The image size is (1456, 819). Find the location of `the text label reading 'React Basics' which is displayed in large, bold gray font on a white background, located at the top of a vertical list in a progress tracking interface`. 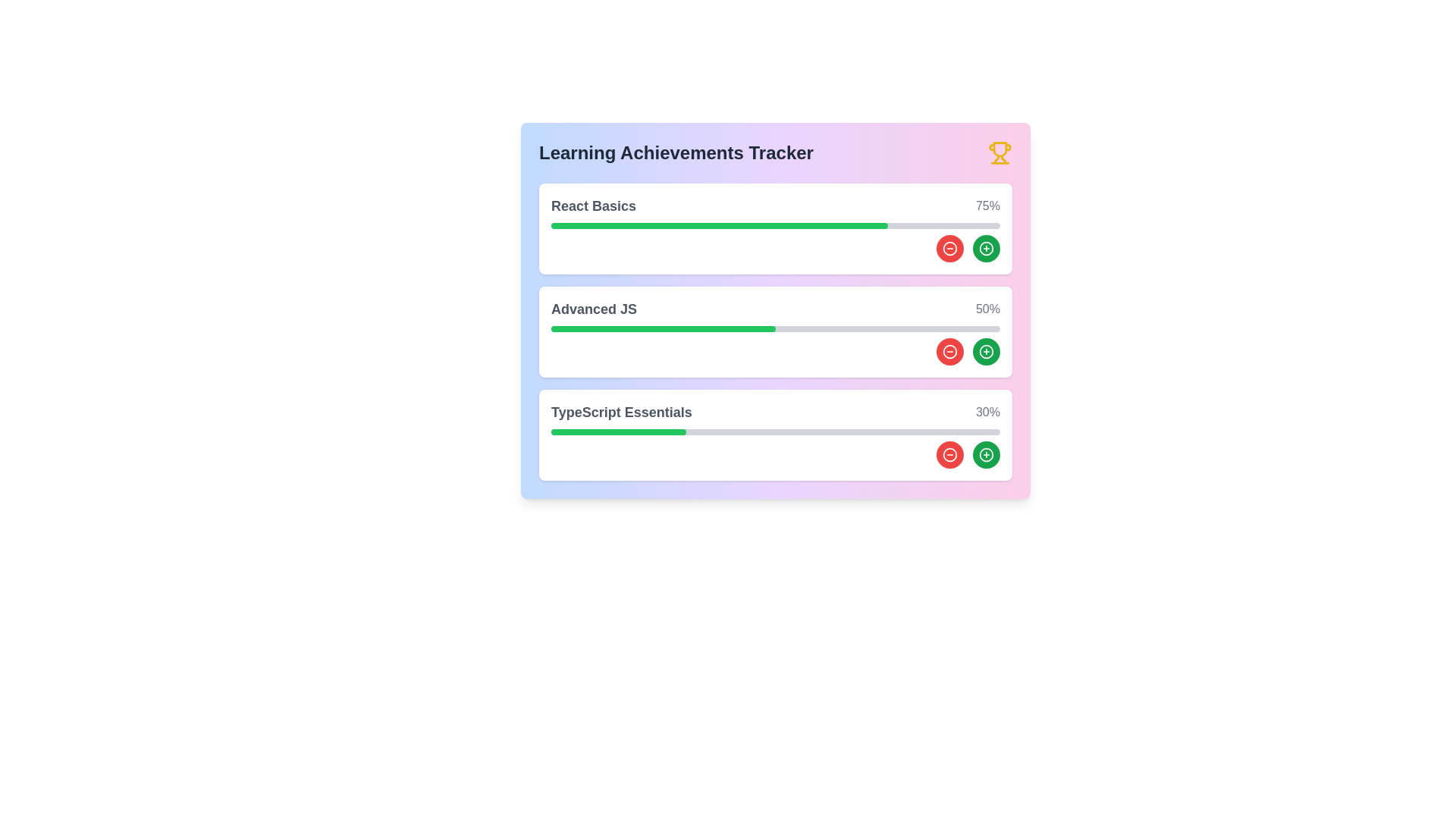

the text label reading 'React Basics' which is displayed in large, bold gray font on a white background, located at the top of a vertical list in a progress tracking interface is located at coordinates (592, 206).